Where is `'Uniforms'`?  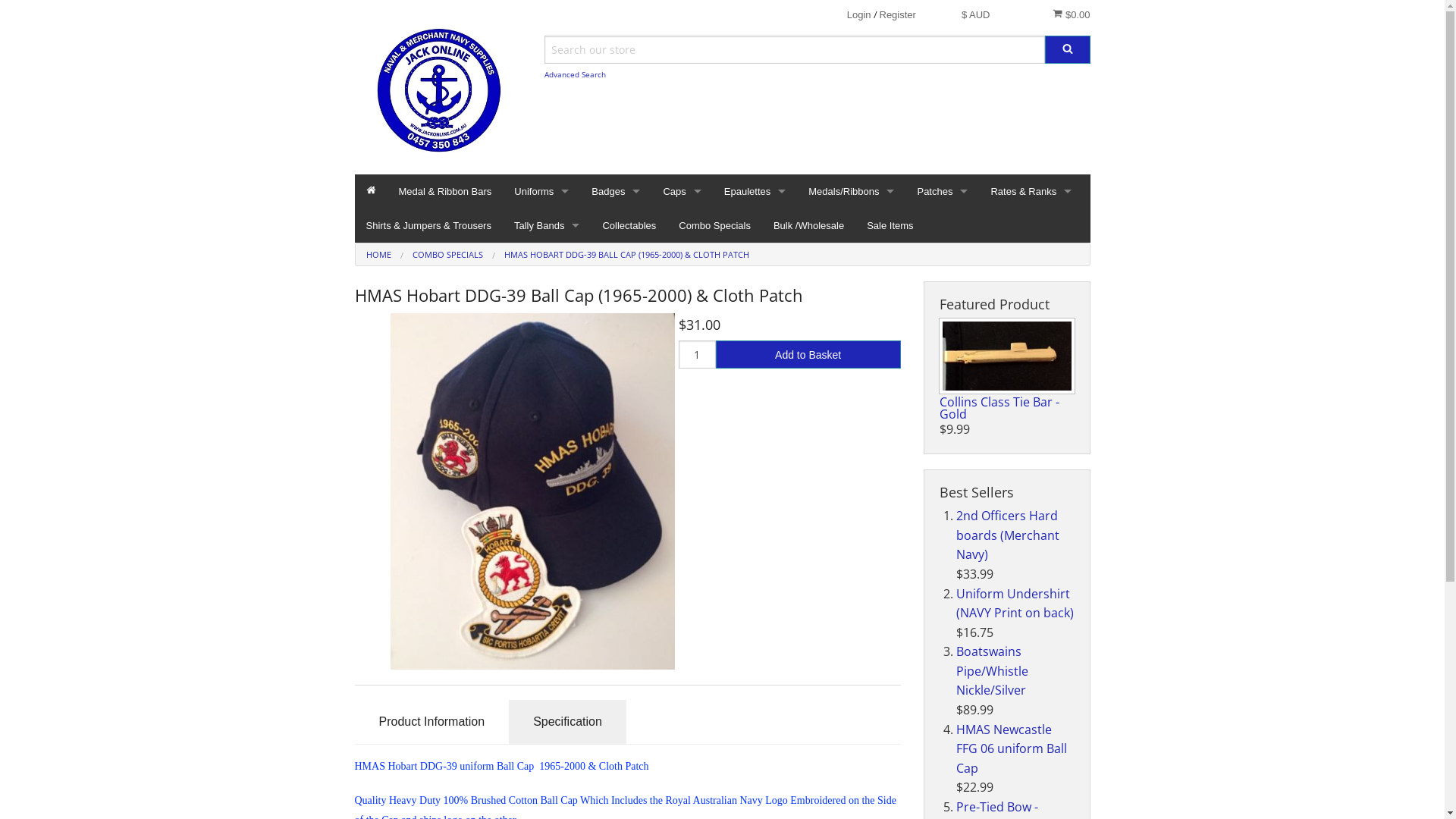 'Uniforms' is located at coordinates (541, 190).